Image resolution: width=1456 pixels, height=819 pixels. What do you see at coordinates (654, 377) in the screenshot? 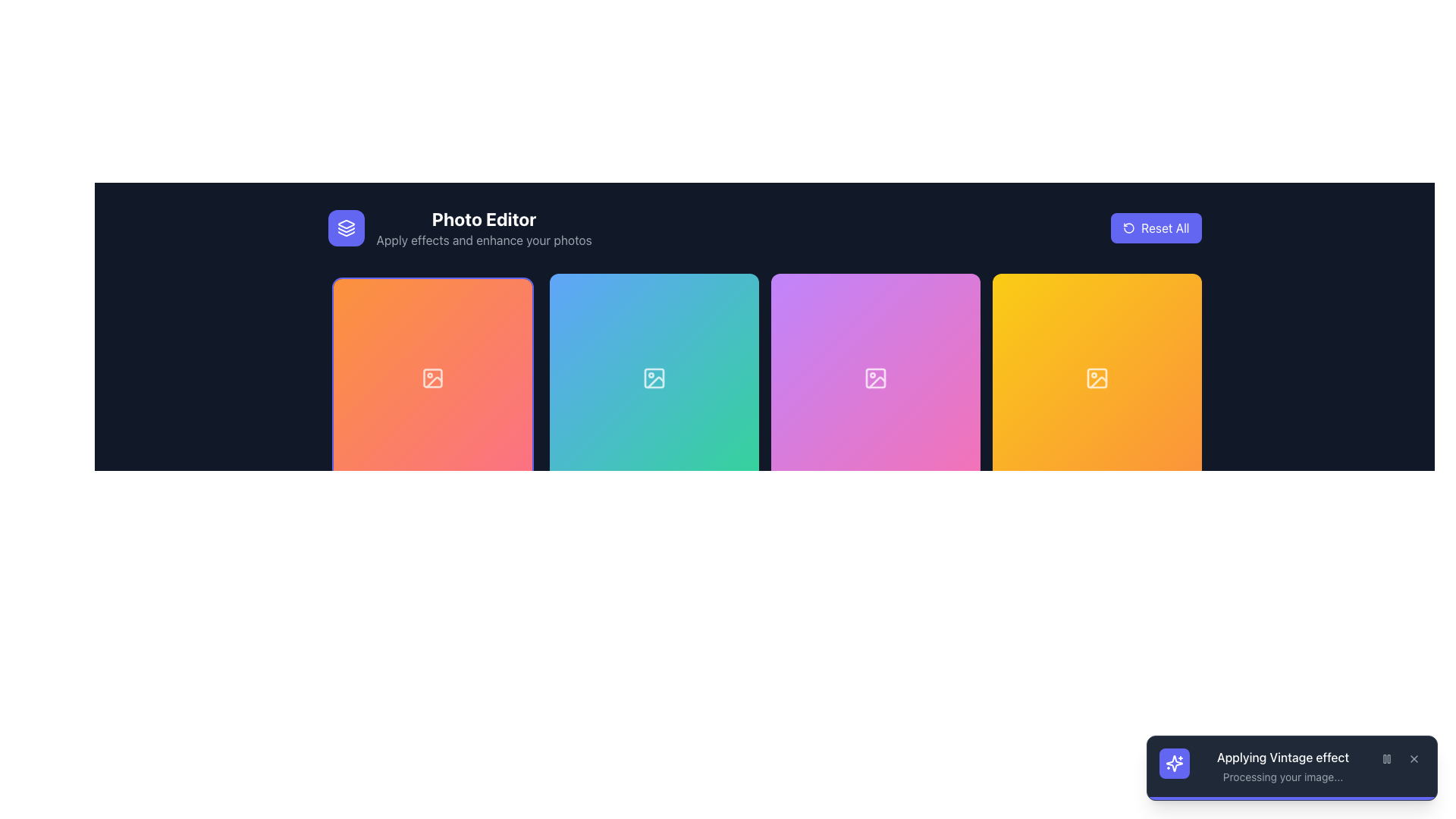
I see `the image icon located within the second card from the left in a group of four cards under the 'Photo Editor' header to interact with its card` at bounding box center [654, 377].